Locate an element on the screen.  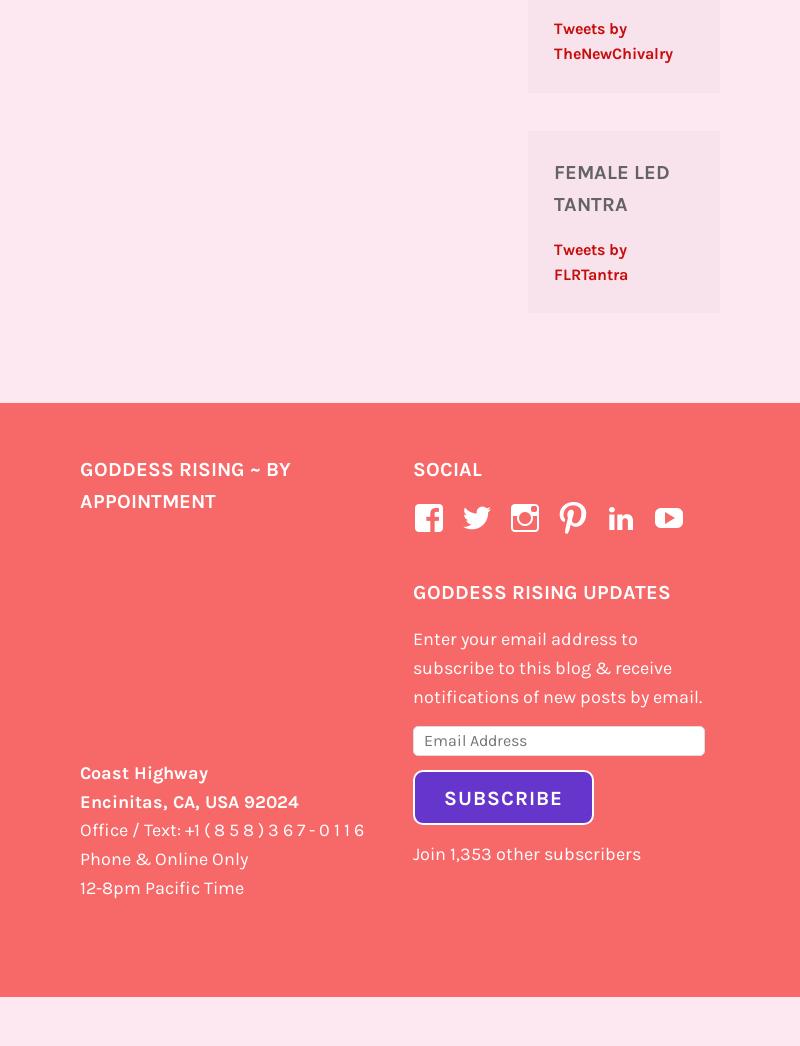
'Tweets by FLRTantra' is located at coordinates (589, 260).